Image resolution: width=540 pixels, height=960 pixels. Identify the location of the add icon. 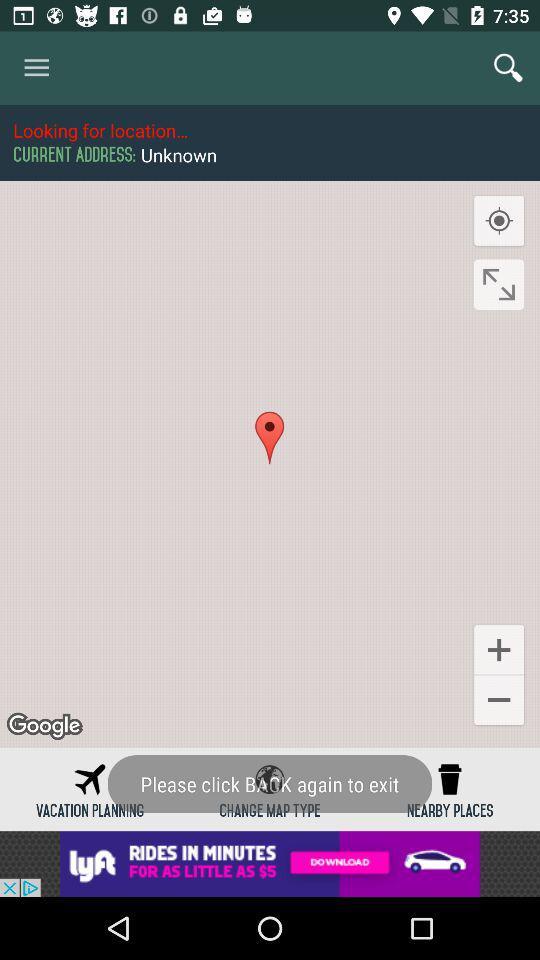
(498, 648).